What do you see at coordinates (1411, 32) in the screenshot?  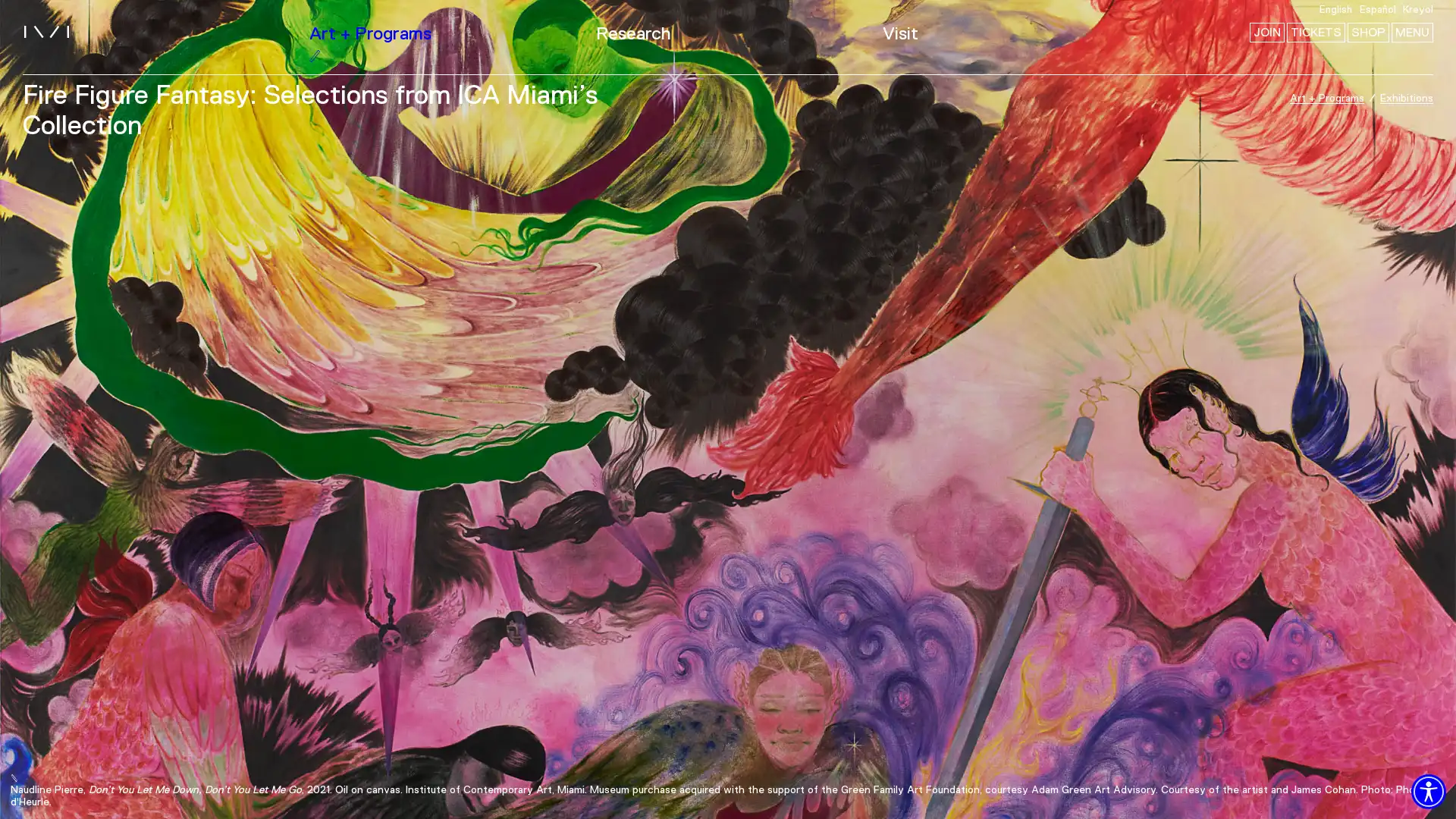 I see `MENU` at bounding box center [1411, 32].